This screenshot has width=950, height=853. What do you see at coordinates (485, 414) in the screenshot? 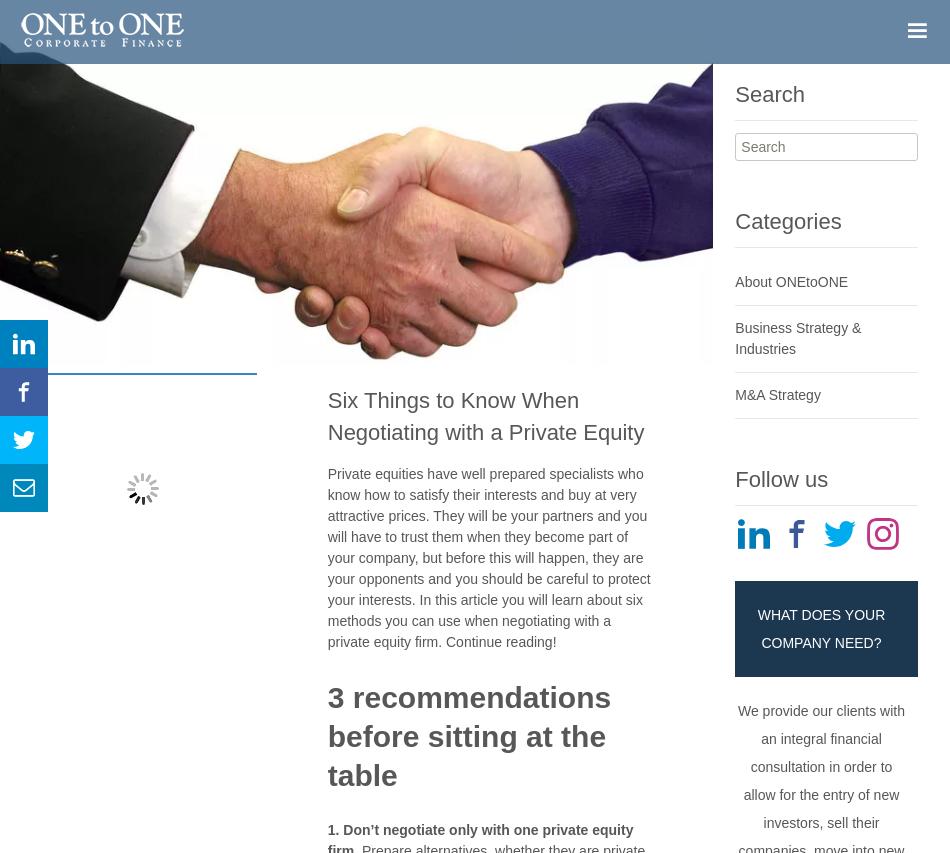
I see `'Six Things to Know When Negotiating with a Private Equity'` at bounding box center [485, 414].